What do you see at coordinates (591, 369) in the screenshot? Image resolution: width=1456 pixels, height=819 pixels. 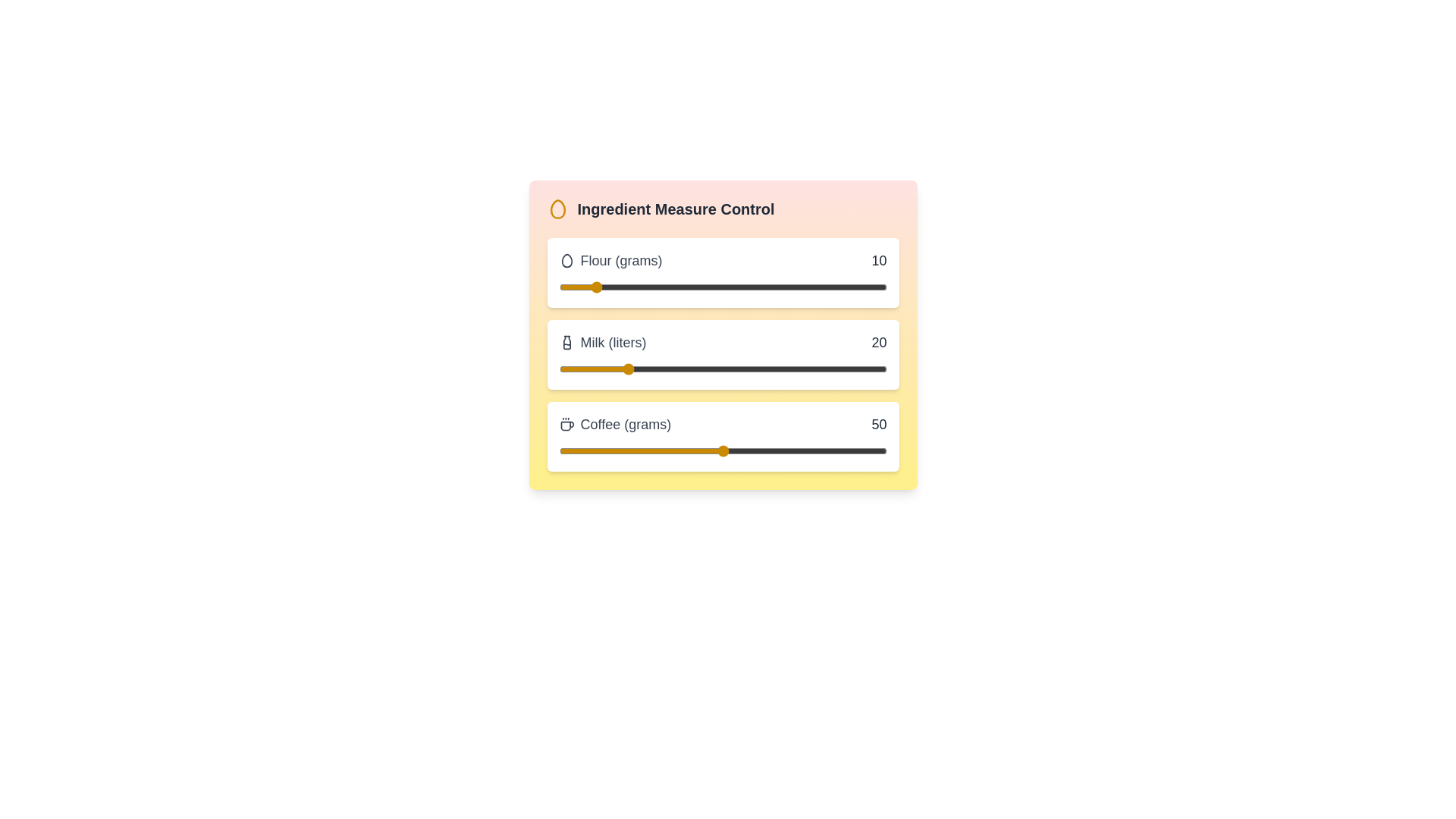 I see `the milk quantity` at bounding box center [591, 369].